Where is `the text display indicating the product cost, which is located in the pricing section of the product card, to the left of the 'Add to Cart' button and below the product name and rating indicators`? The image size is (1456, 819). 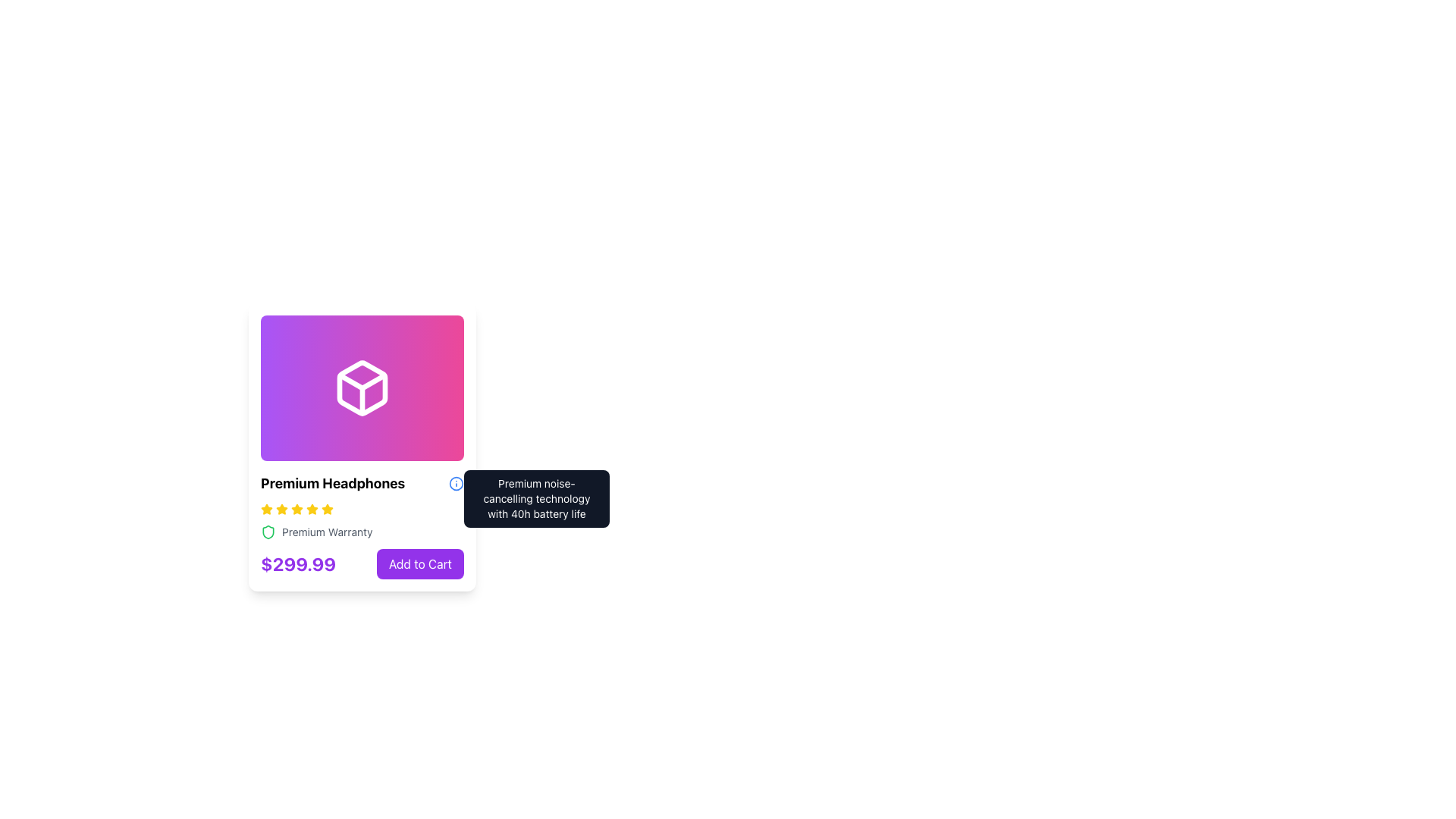
the text display indicating the product cost, which is located in the pricing section of the product card, to the left of the 'Add to Cart' button and below the product name and rating indicators is located at coordinates (298, 564).